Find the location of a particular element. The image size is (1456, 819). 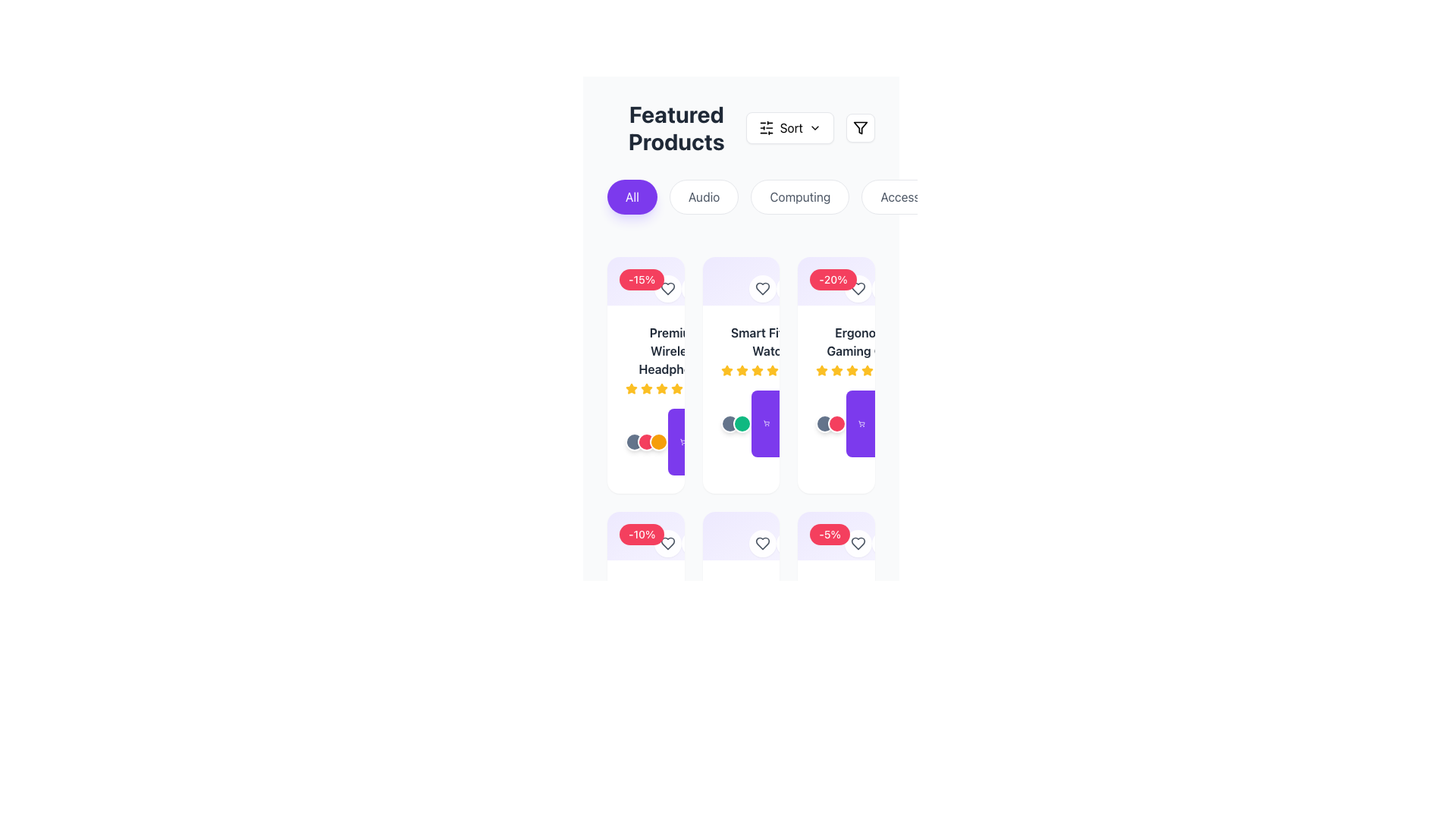

the 'Add to Cart' button located at the bottom section of the product card is located at coordinates (707, 441).